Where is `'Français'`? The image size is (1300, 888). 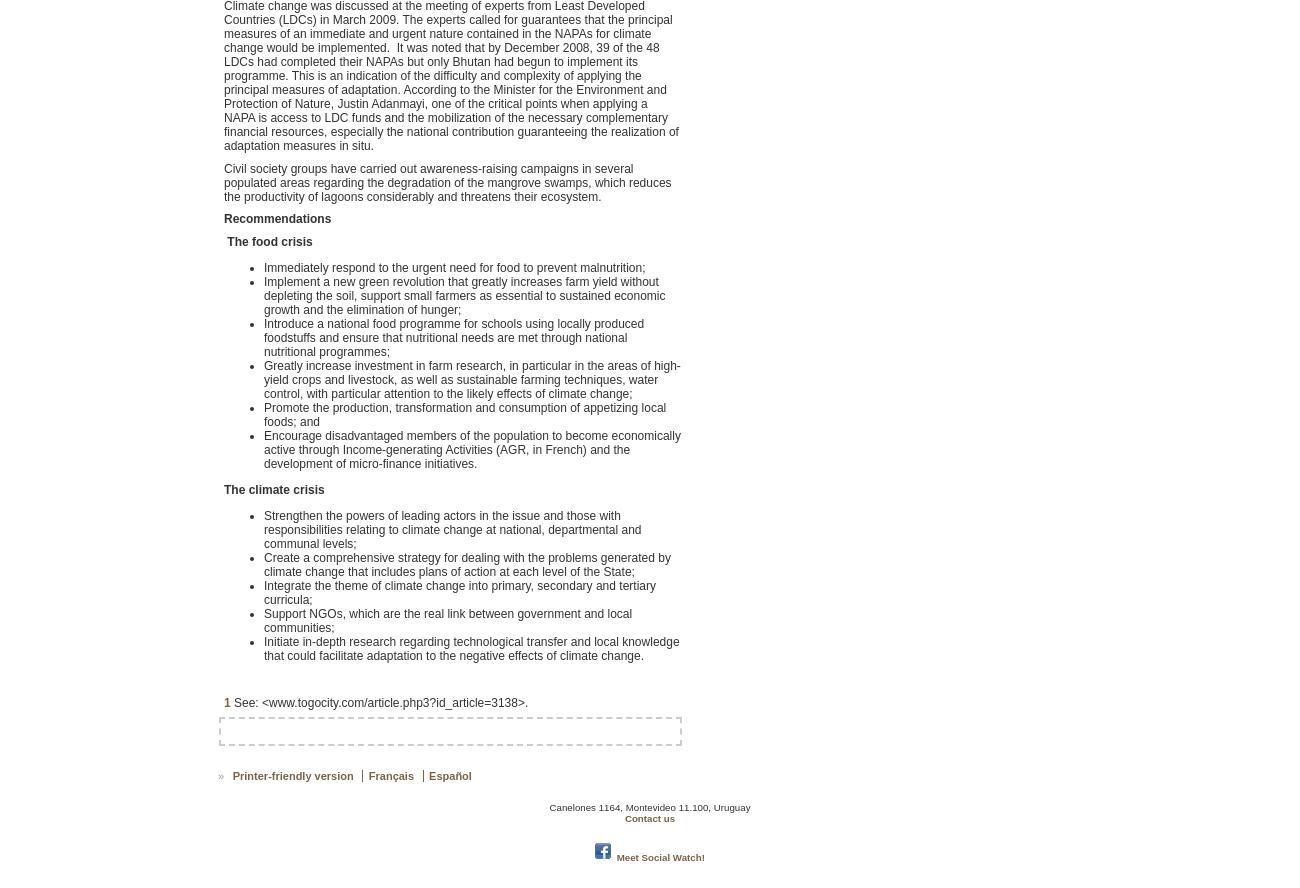 'Français' is located at coordinates (367, 773).